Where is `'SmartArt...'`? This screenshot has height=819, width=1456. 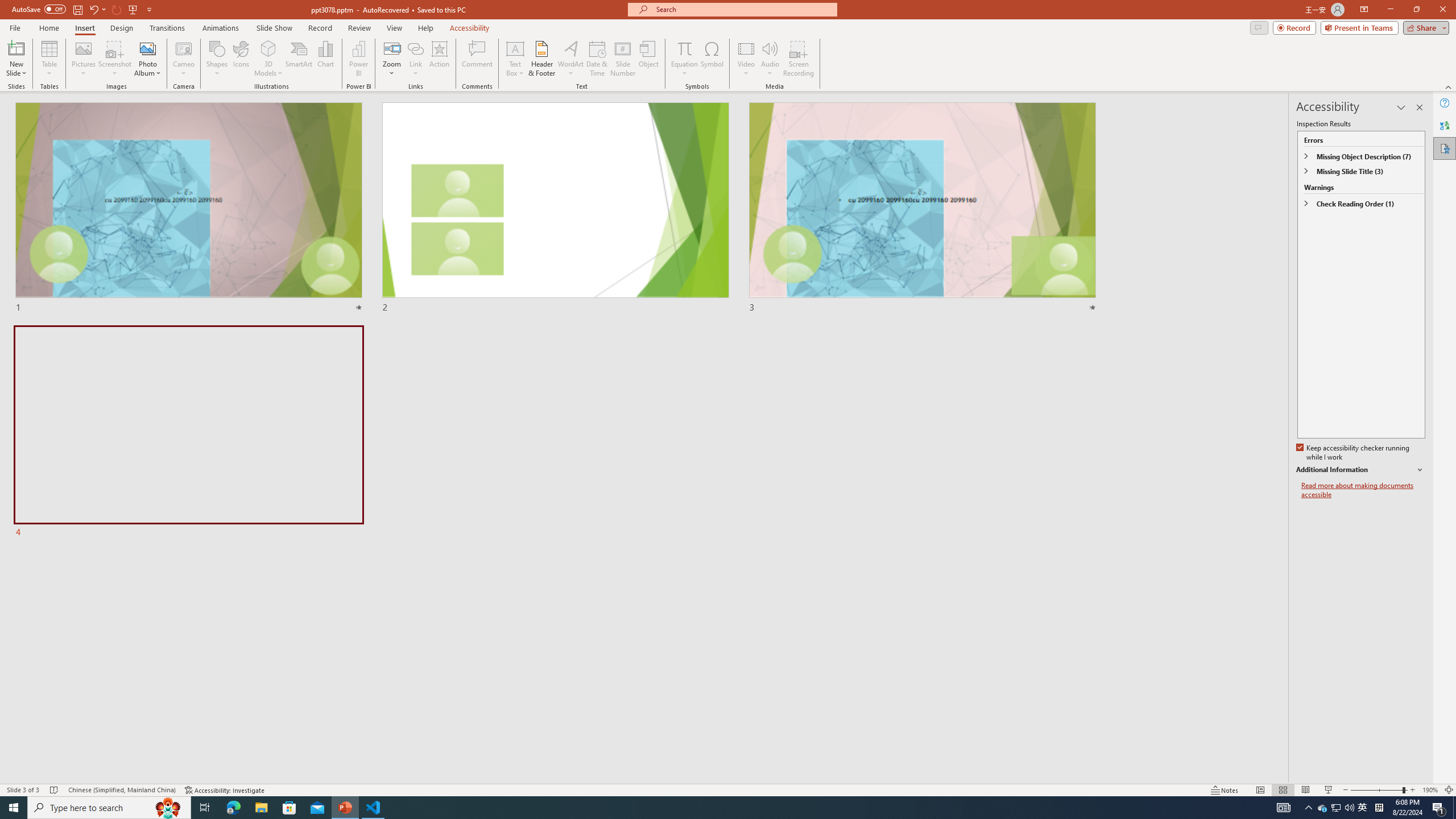
'SmartArt...' is located at coordinates (299, 59).